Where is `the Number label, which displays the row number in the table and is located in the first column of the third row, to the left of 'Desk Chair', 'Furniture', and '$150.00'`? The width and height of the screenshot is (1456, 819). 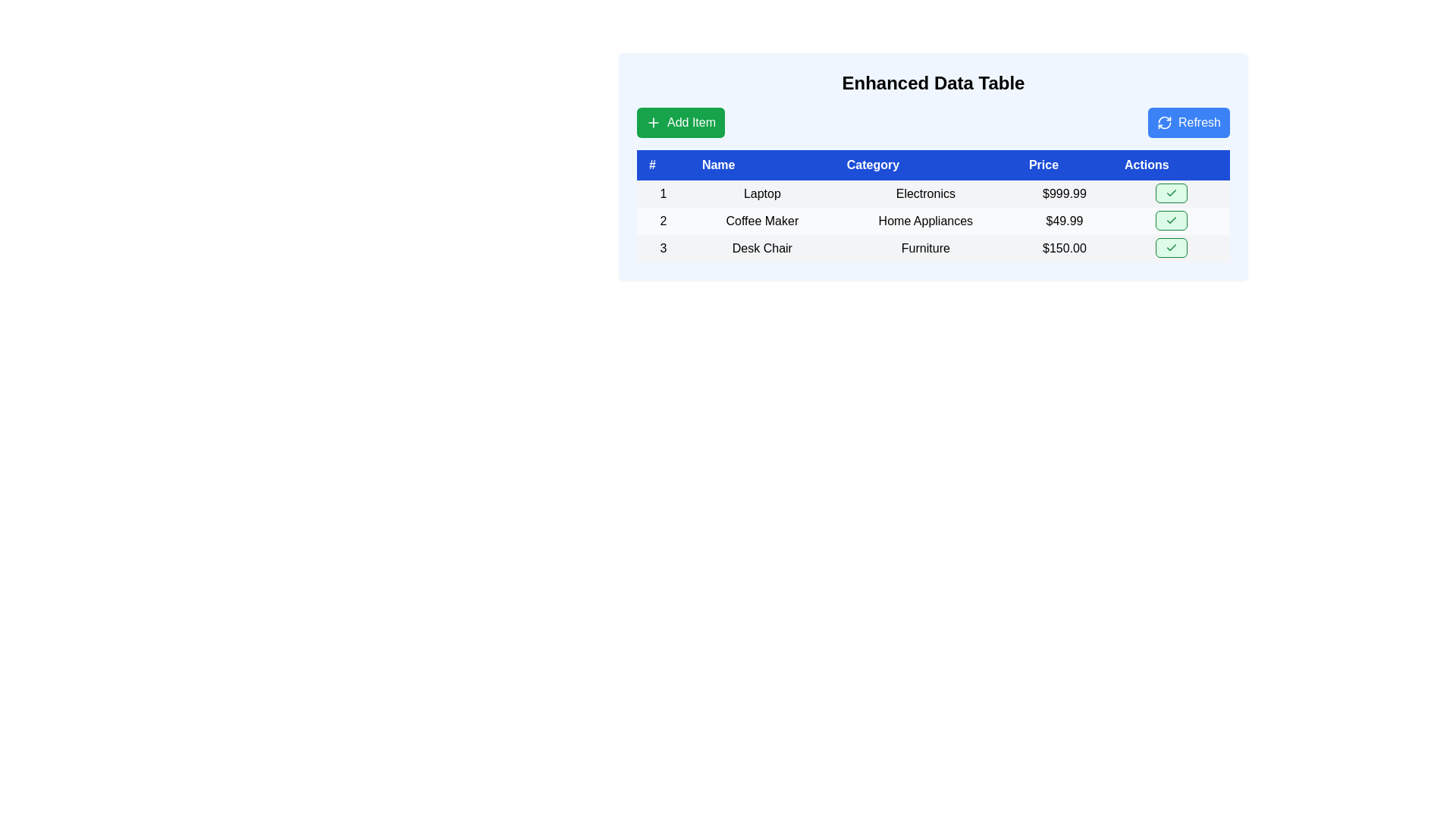
the Number label, which displays the row number in the table and is located in the first column of the third row, to the left of 'Desk Chair', 'Furniture', and '$150.00' is located at coordinates (663, 247).